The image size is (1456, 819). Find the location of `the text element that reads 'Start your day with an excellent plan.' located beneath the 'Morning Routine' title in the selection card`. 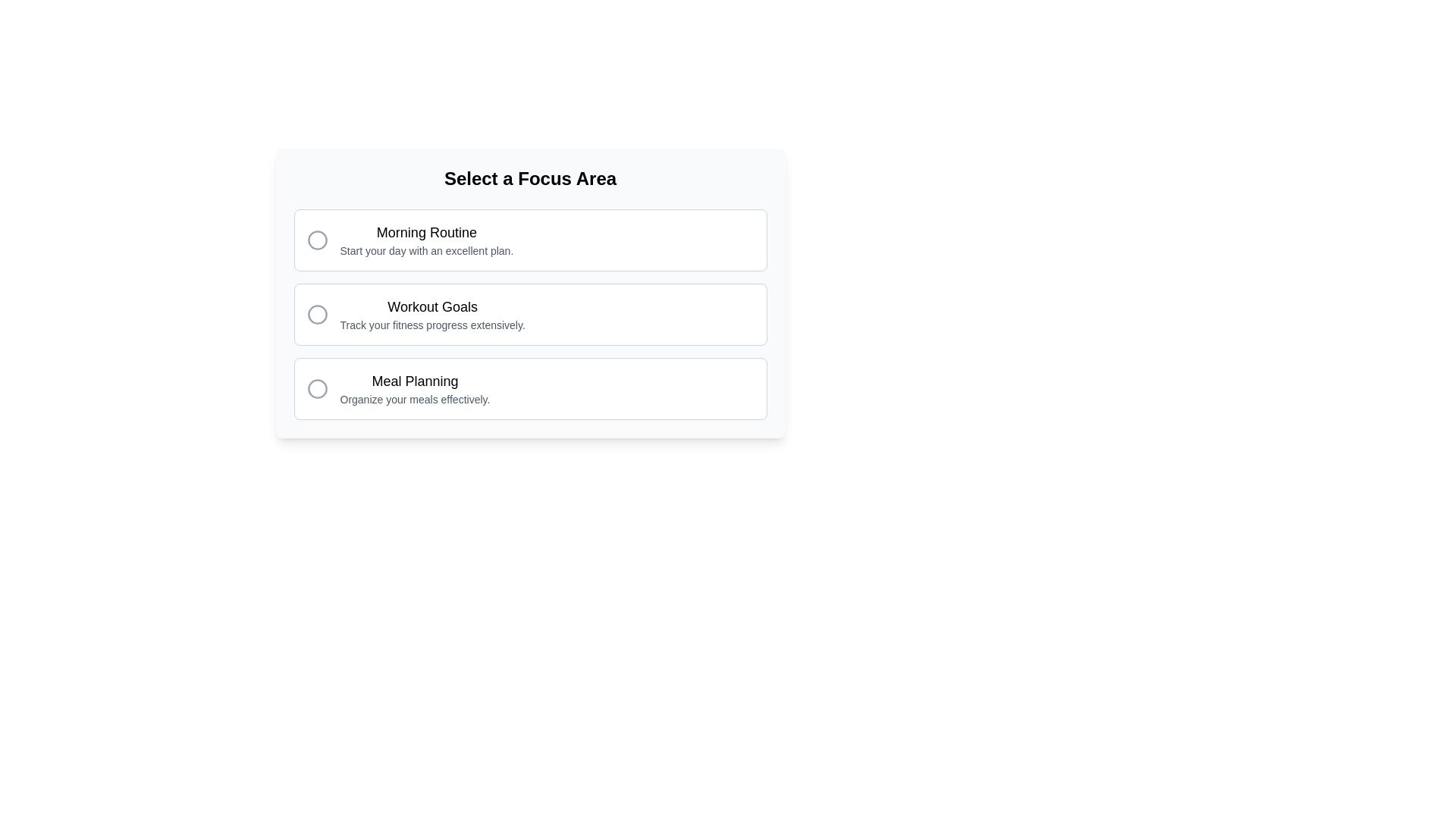

the text element that reads 'Start your day with an excellent plan.' located beneath the 'Morning Routine' title in the selection card is located at coordinates (425, 250).